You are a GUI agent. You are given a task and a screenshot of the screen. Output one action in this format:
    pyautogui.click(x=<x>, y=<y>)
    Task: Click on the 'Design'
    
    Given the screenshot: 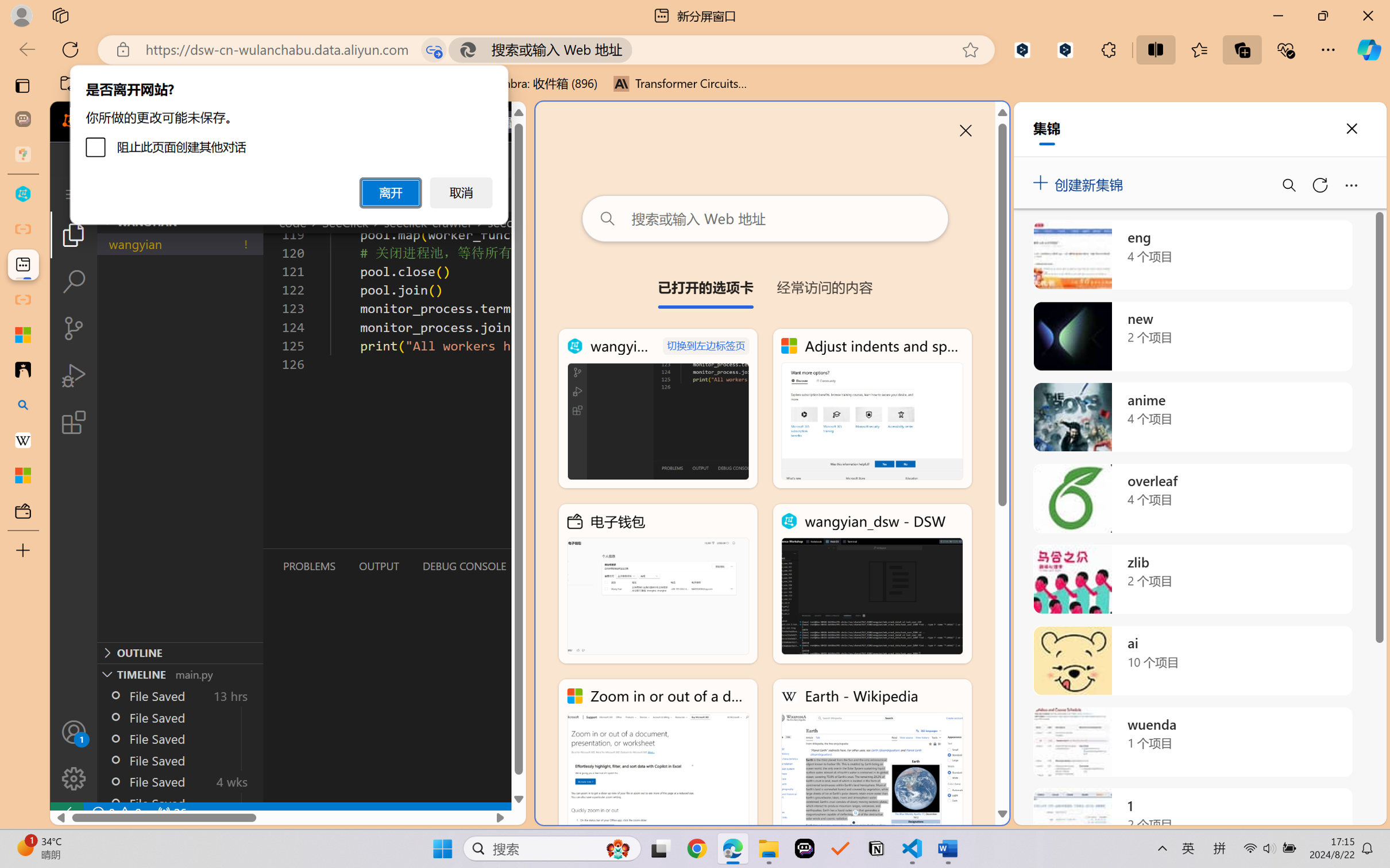 What is the action you would take?
    pyautogui.click(x=116, y=29)
    